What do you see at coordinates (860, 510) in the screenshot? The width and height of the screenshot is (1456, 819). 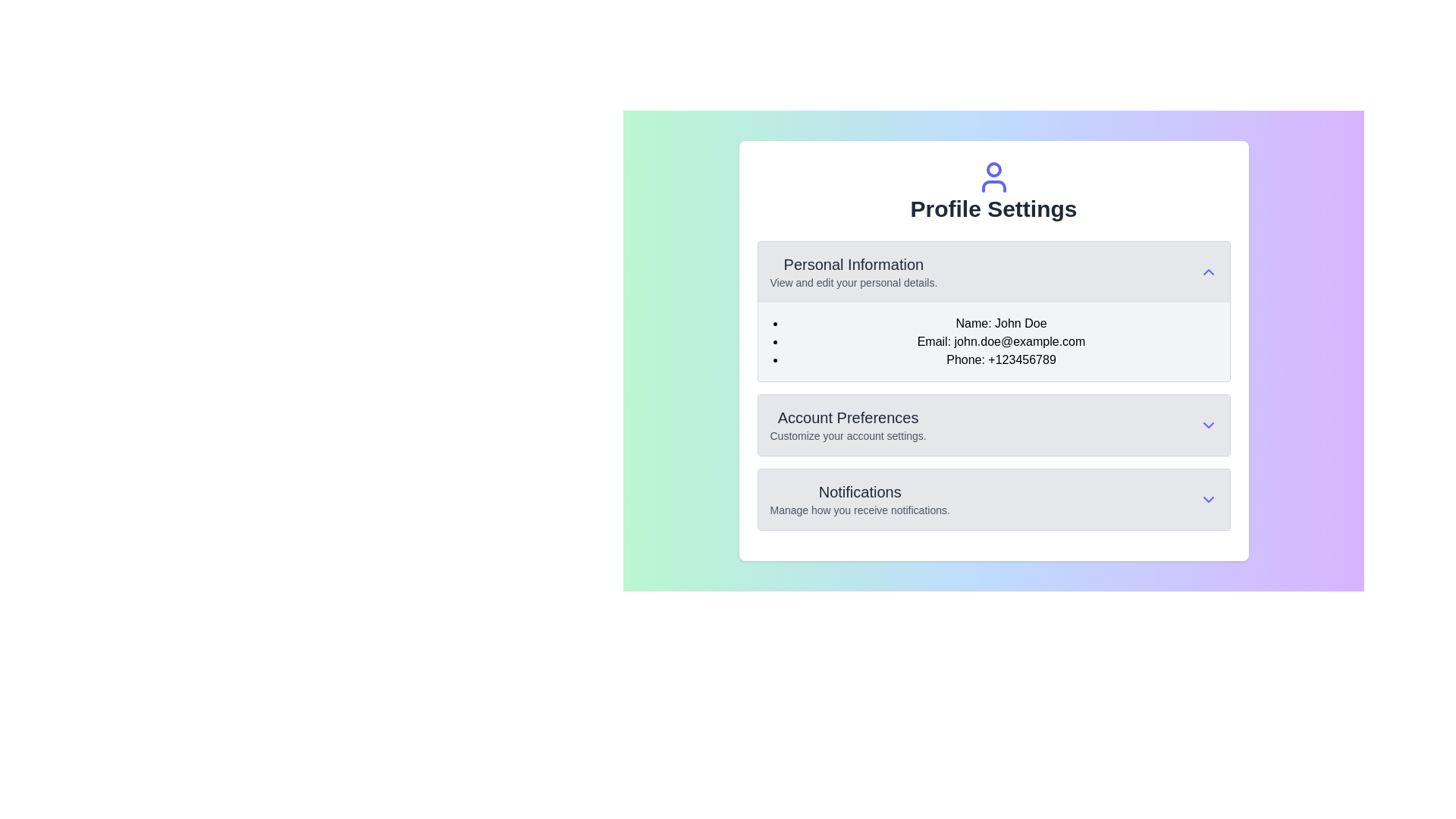 I see `the text label that reads 'Manage how you receive notifications,' which is styled in a smaller gray font and located below the bold 'Notifications' heading` at bounding box center [860, 510].